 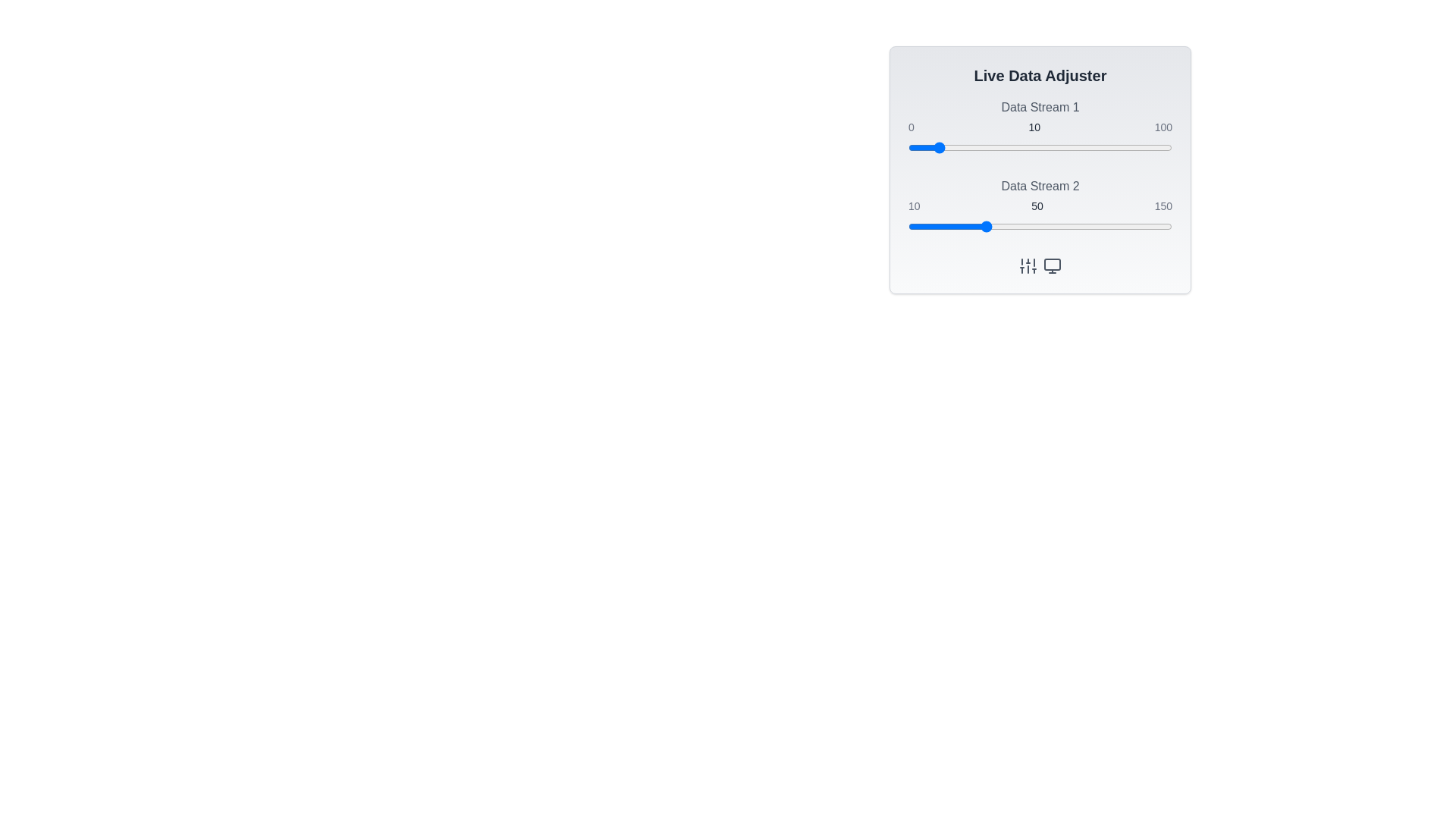 What do you see at coordinates (1119, 227) in the screenshot?
I see `the slider value` at bounding box center [1119, 227].